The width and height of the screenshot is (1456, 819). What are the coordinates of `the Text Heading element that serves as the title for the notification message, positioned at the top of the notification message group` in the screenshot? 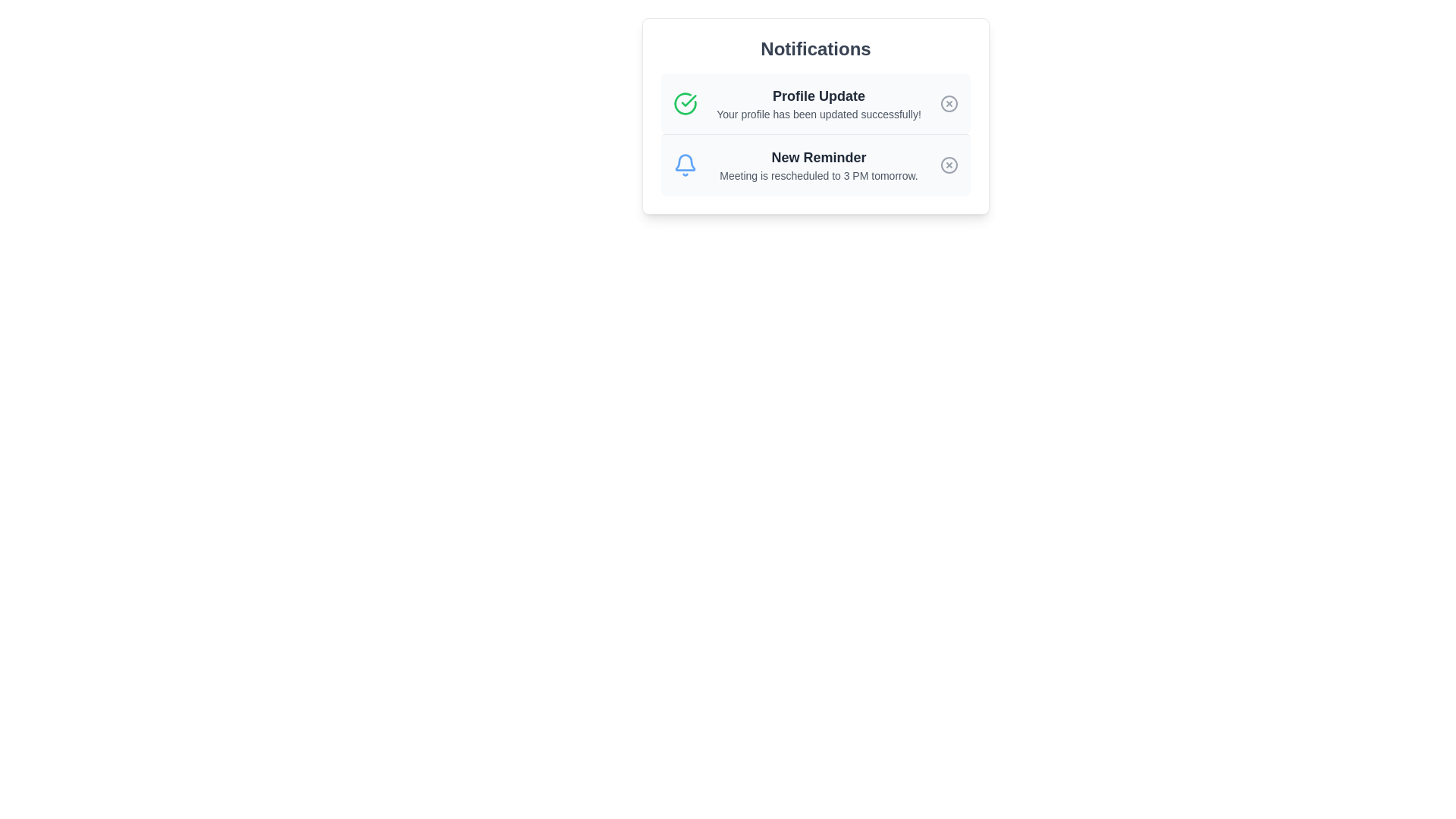 It's located at (818, 96).